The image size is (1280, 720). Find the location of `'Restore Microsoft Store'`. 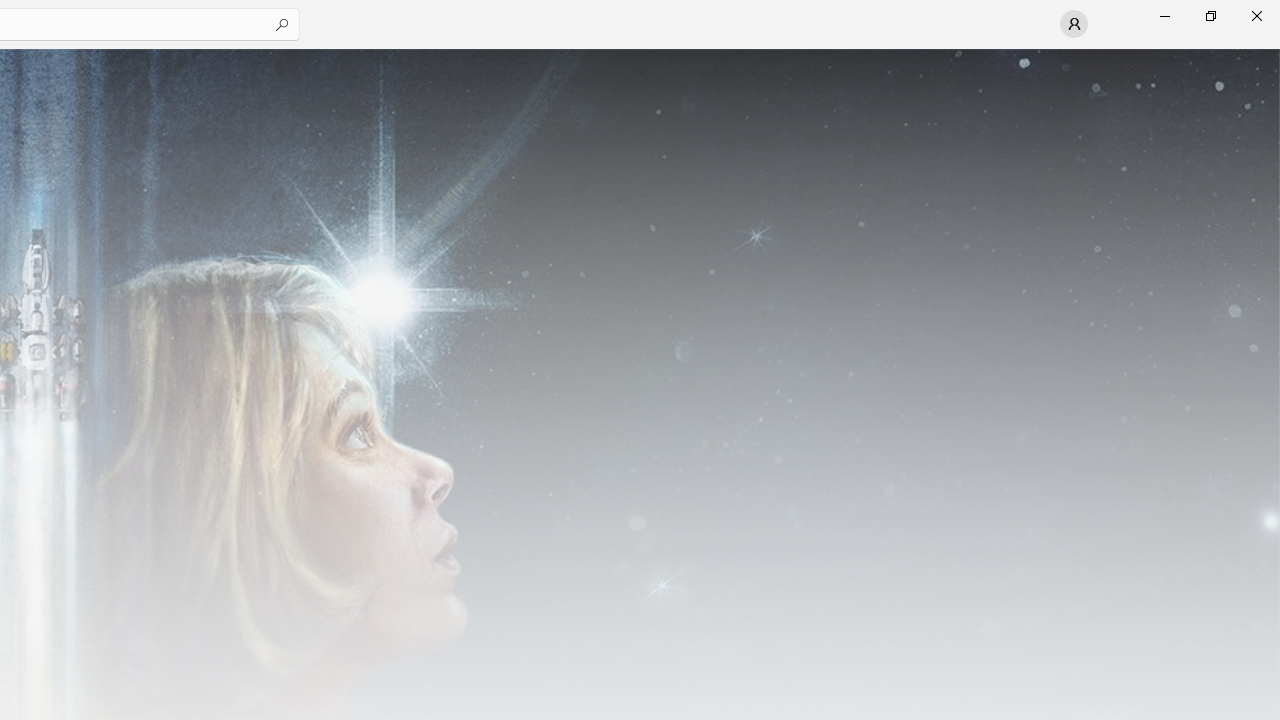

'Restore Microsoft Store' is located at coordinates (1209, 15).